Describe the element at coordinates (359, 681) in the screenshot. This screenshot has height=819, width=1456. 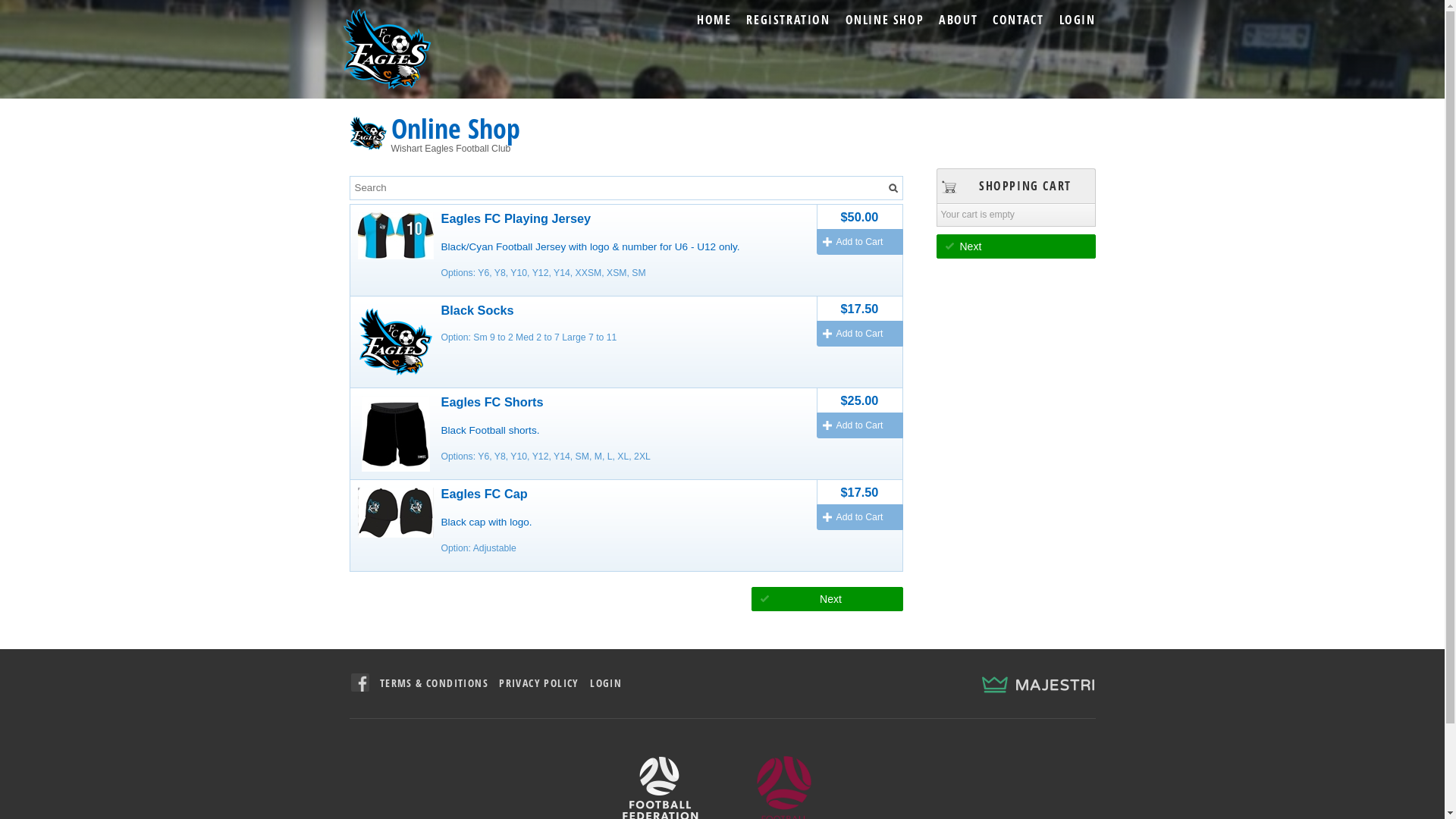
I see `'FACEBOOK'` at that location.